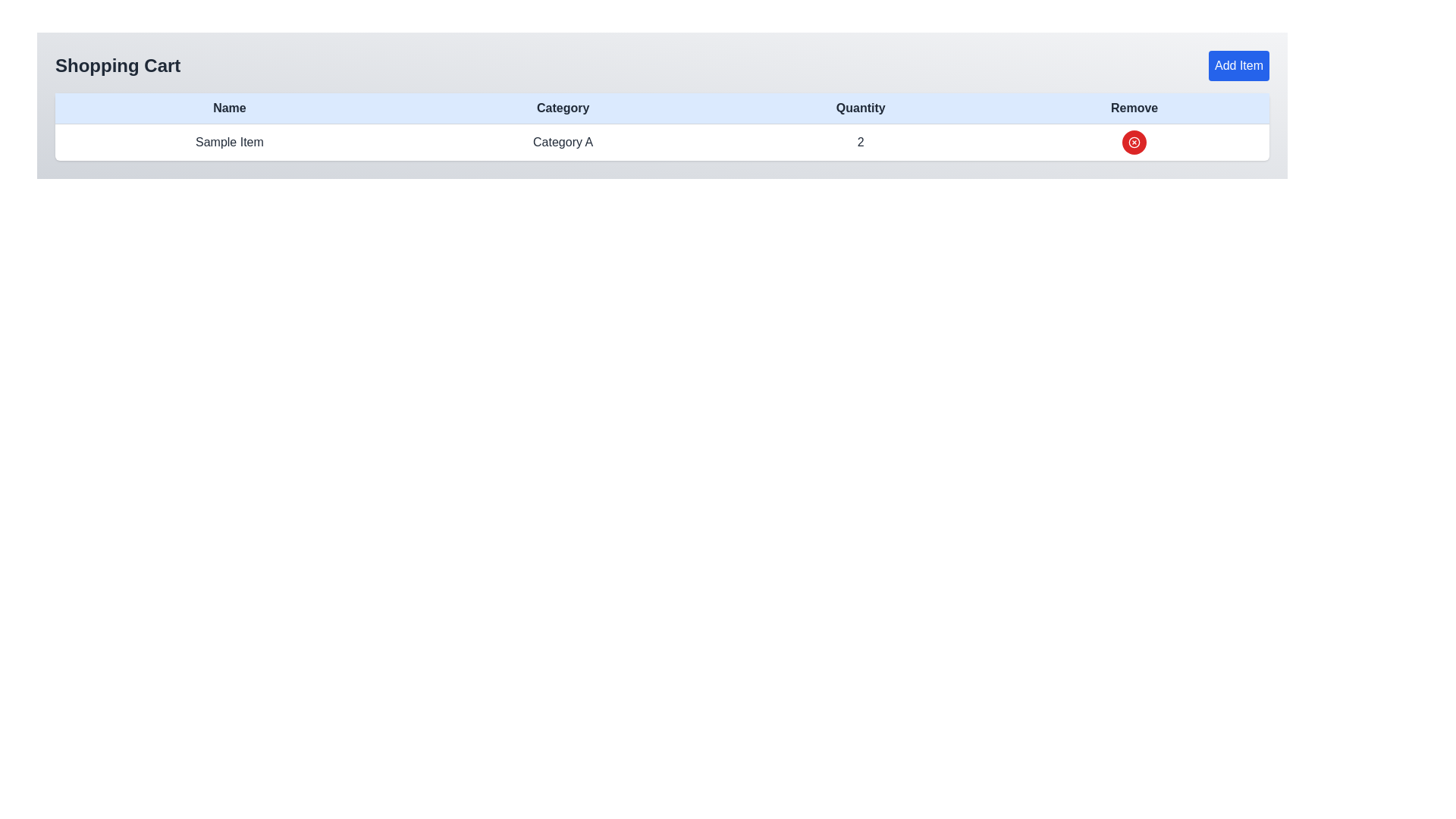 This screenshot has width=1456, height=819. What do you see at coordinates (1134, 142) in the screenshot?
I see `the circular red button with a white cross icon inside it, located in the 'Remove' column of the table, aligned with 'Sample Item', 'Category A', and '2' in the respective columns` at bounding box center [1134, 142].